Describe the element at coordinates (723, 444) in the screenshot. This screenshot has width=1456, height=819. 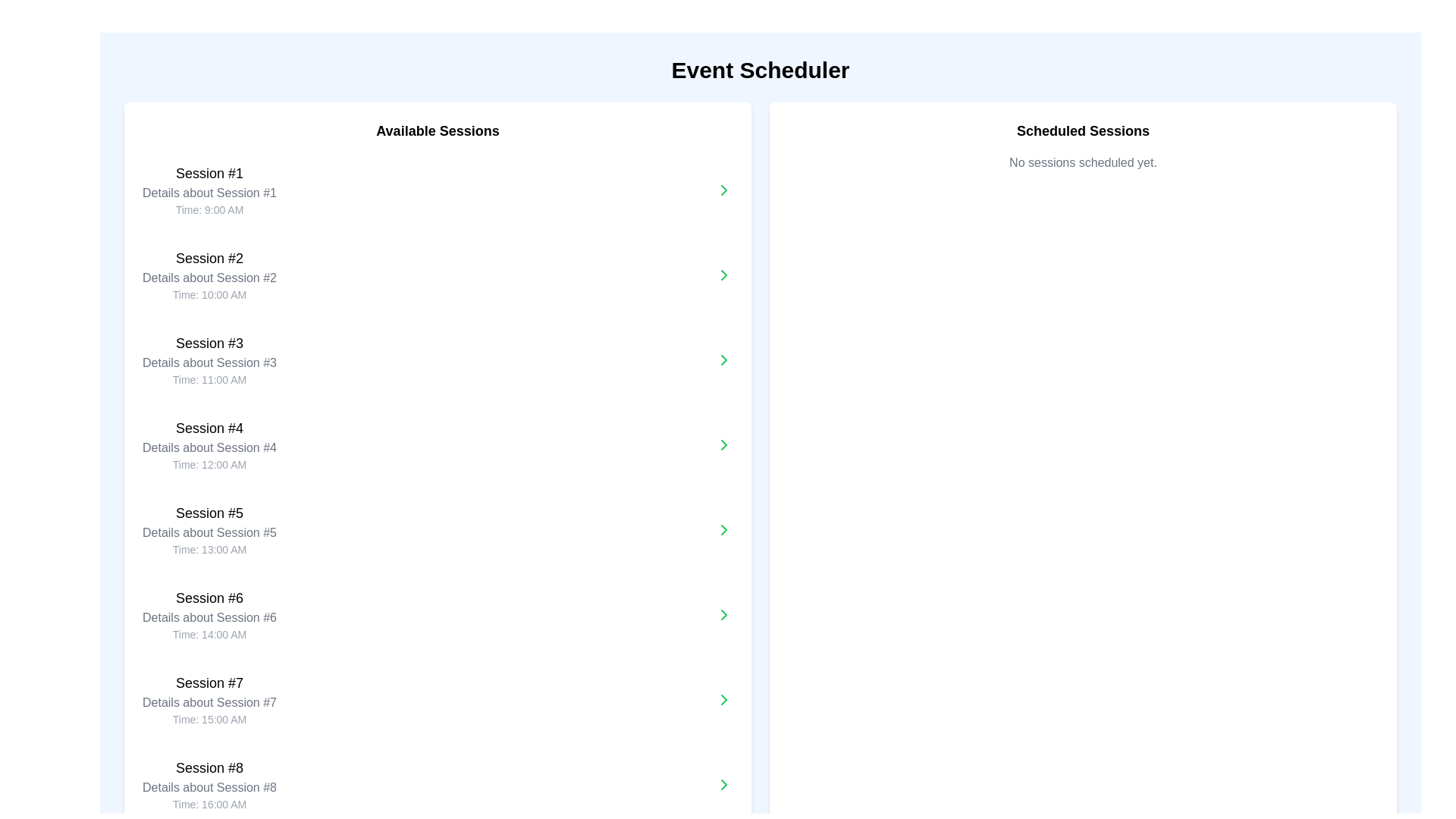
I see `the right-facing green arrow icon button located to the far right of the fourth session's information block in the 'Available Sessions' list` at that location.